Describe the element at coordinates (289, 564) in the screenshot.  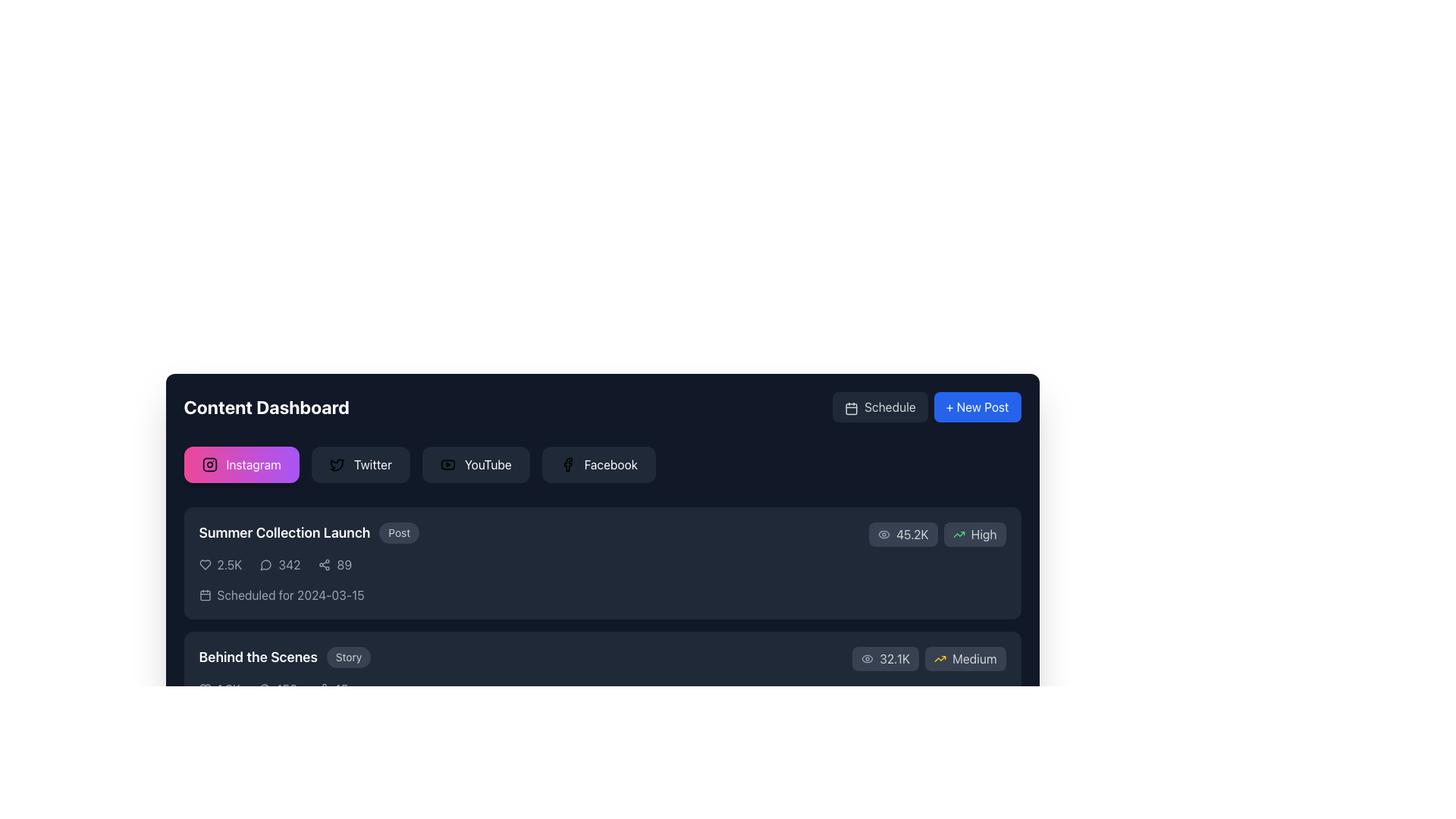
I see `the numeric value displaying the count of a specific metric located in the lower section of the 'Summer Collection Launch' panel, to the right of a speech bubble icon` at that location.